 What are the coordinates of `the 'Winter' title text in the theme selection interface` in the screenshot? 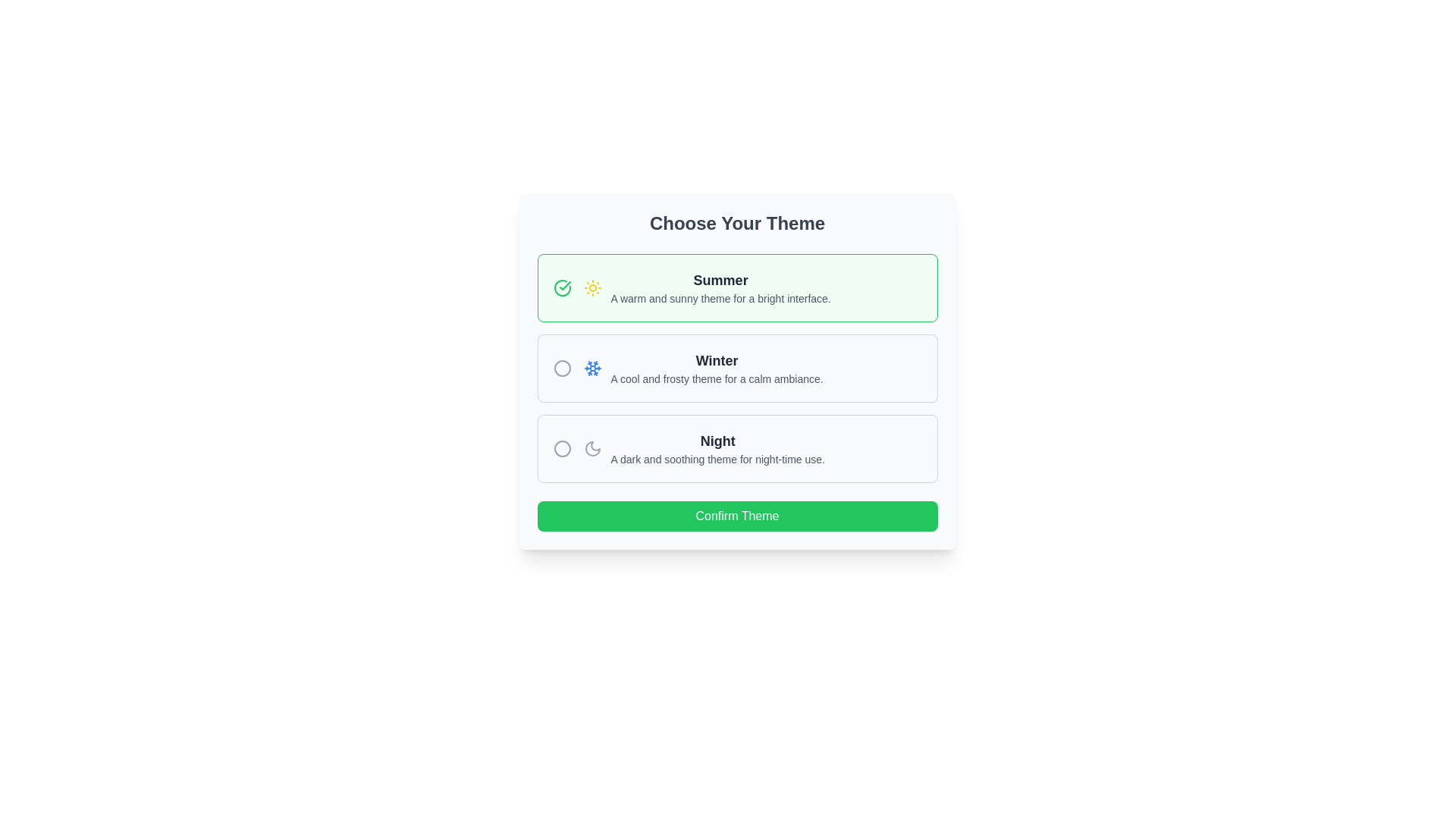 It's located at (716, 360).